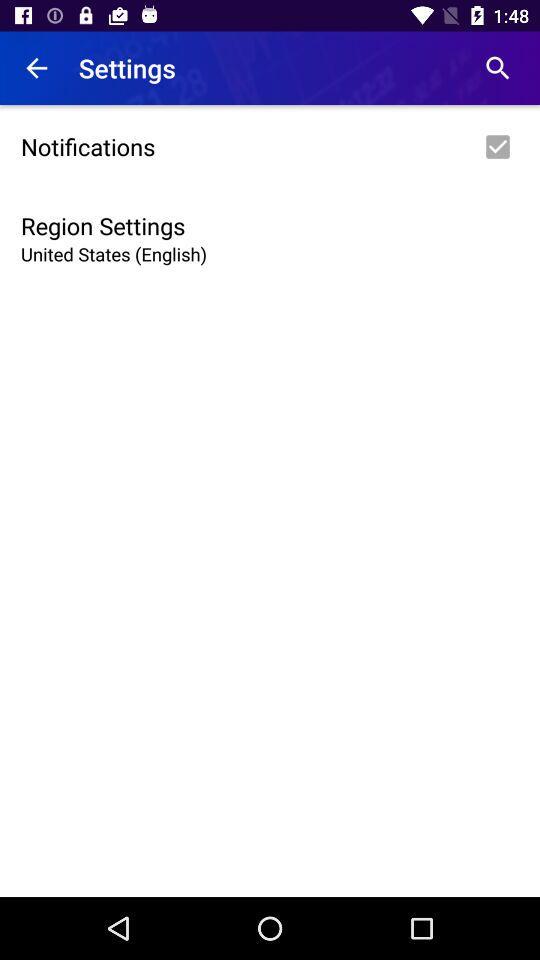 The width and height of the screenshot is (540, 960). I want to click on item above the notifications icon, so click(36, 68).